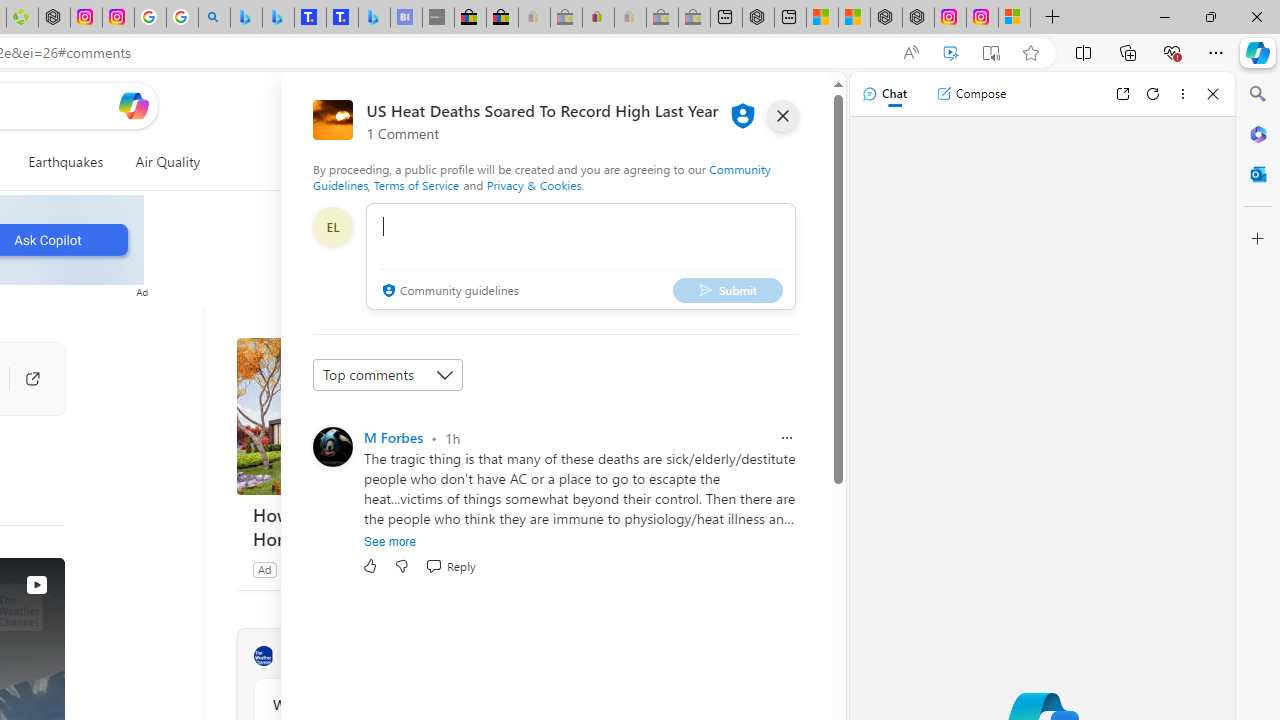  Describe the element at coordinates (277, 17) in the screenshot. I see `'Microsoft Bing Travel - Stays in Bangkok, Bangkok, Thailand'` at that location.